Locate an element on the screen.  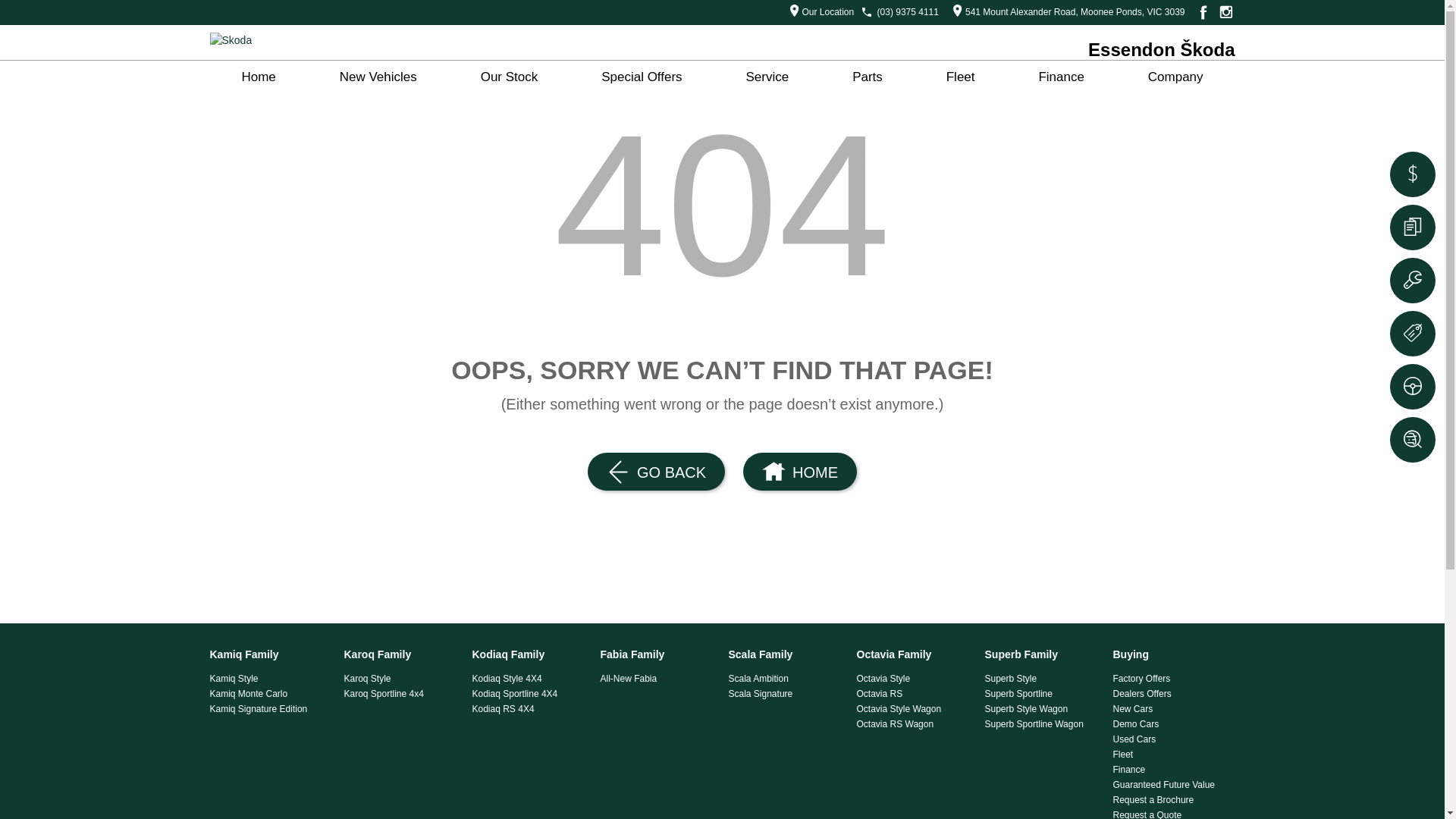
'Superb Sportline Wagon' is located at coordinates (1041, 723).